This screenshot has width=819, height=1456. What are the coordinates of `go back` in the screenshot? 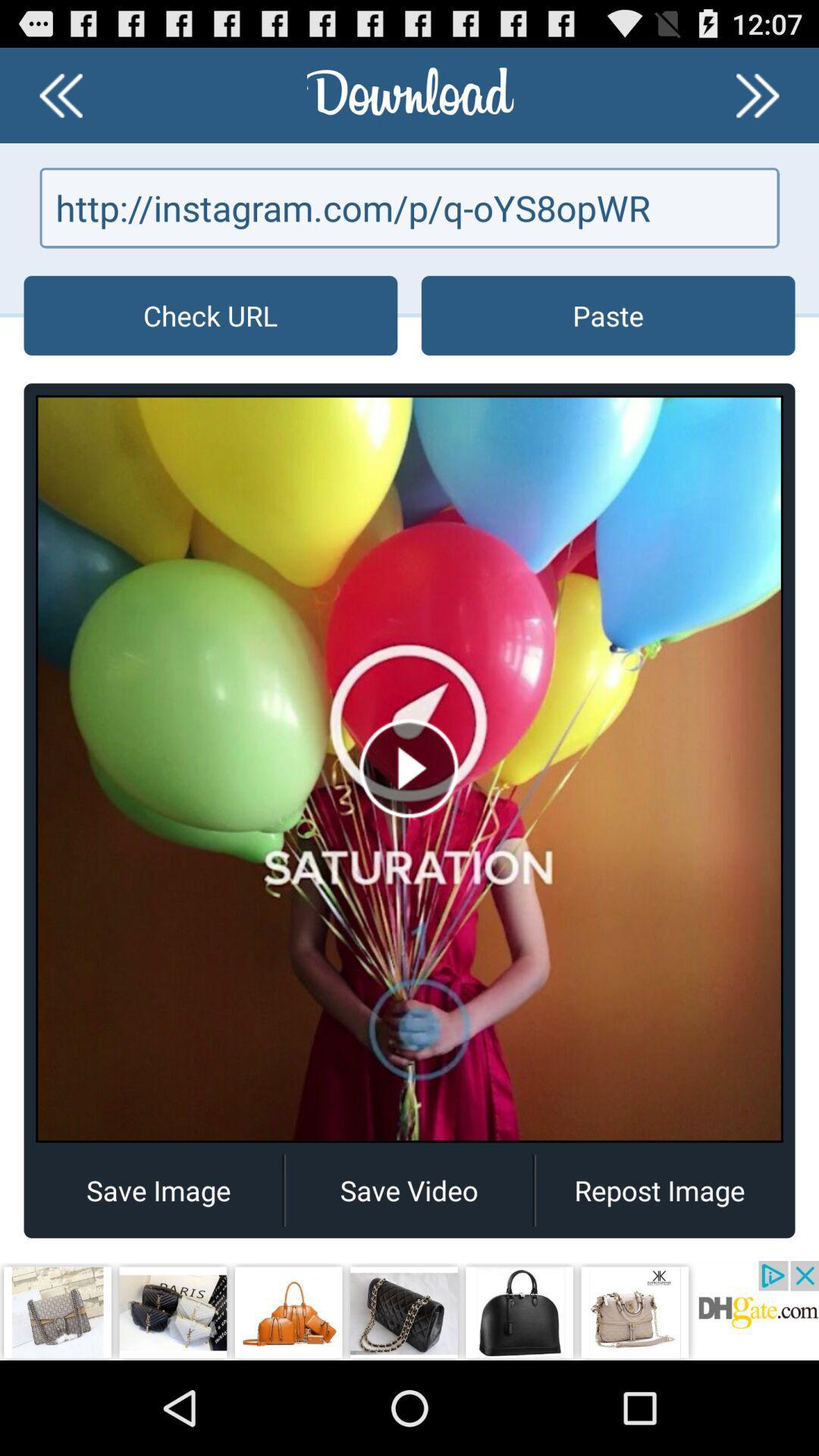 It's located at (60, 94).